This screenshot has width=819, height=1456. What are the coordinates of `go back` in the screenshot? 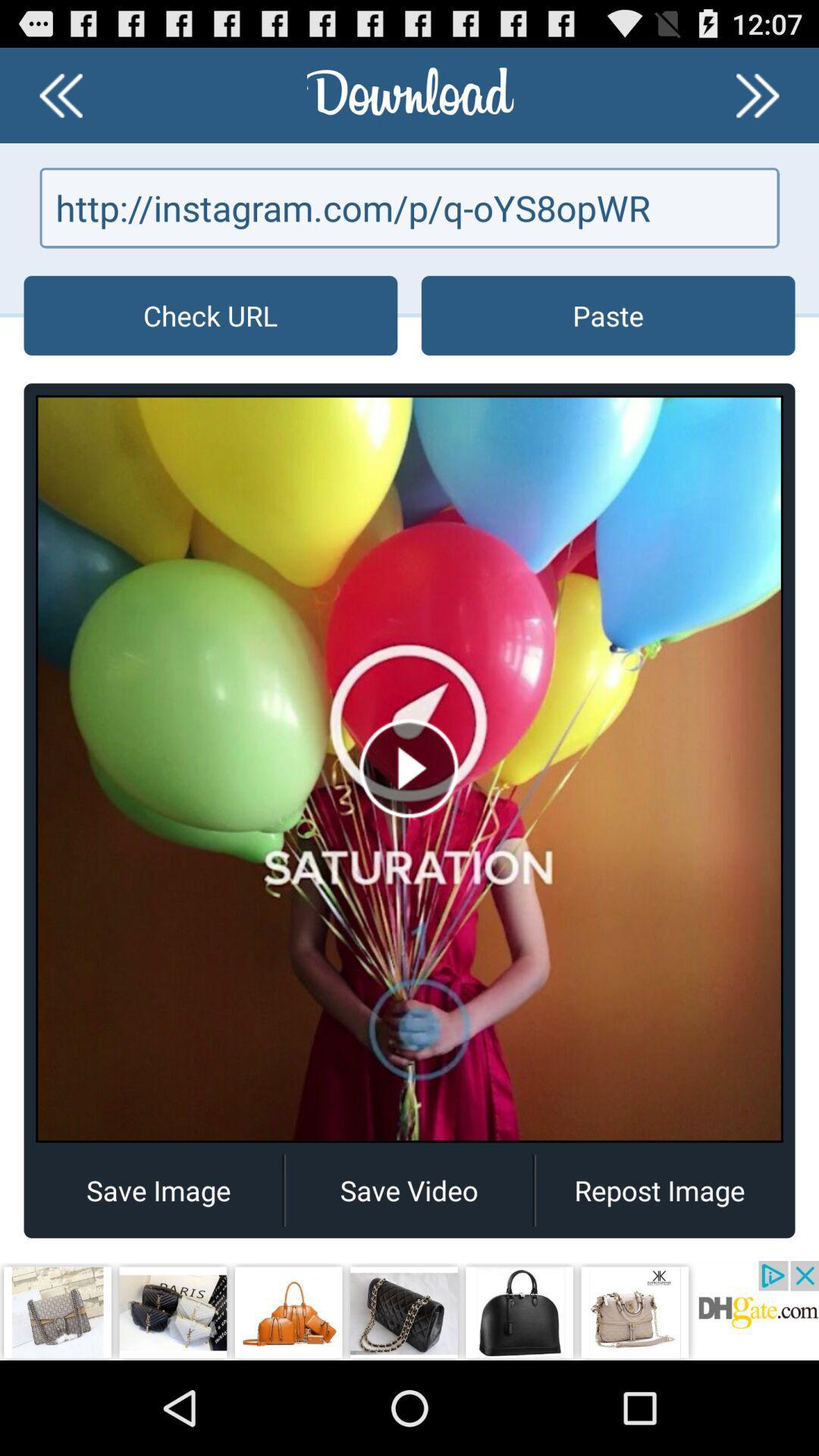 It's located at (60, 94).